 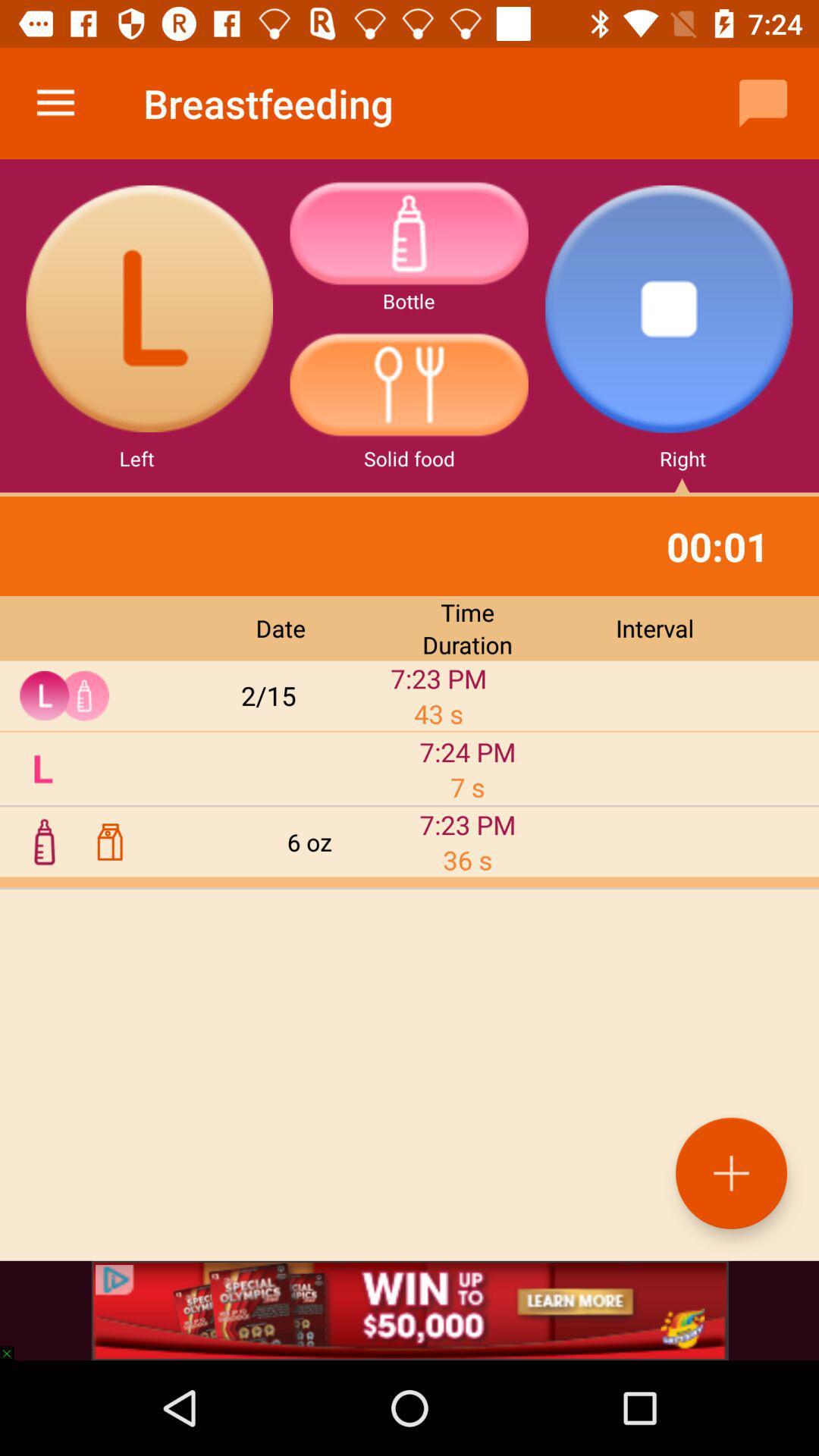 What do you see at coordinates (408, 232) in the screenshot?
I see `the more icon` at bounding box center [408, 232].